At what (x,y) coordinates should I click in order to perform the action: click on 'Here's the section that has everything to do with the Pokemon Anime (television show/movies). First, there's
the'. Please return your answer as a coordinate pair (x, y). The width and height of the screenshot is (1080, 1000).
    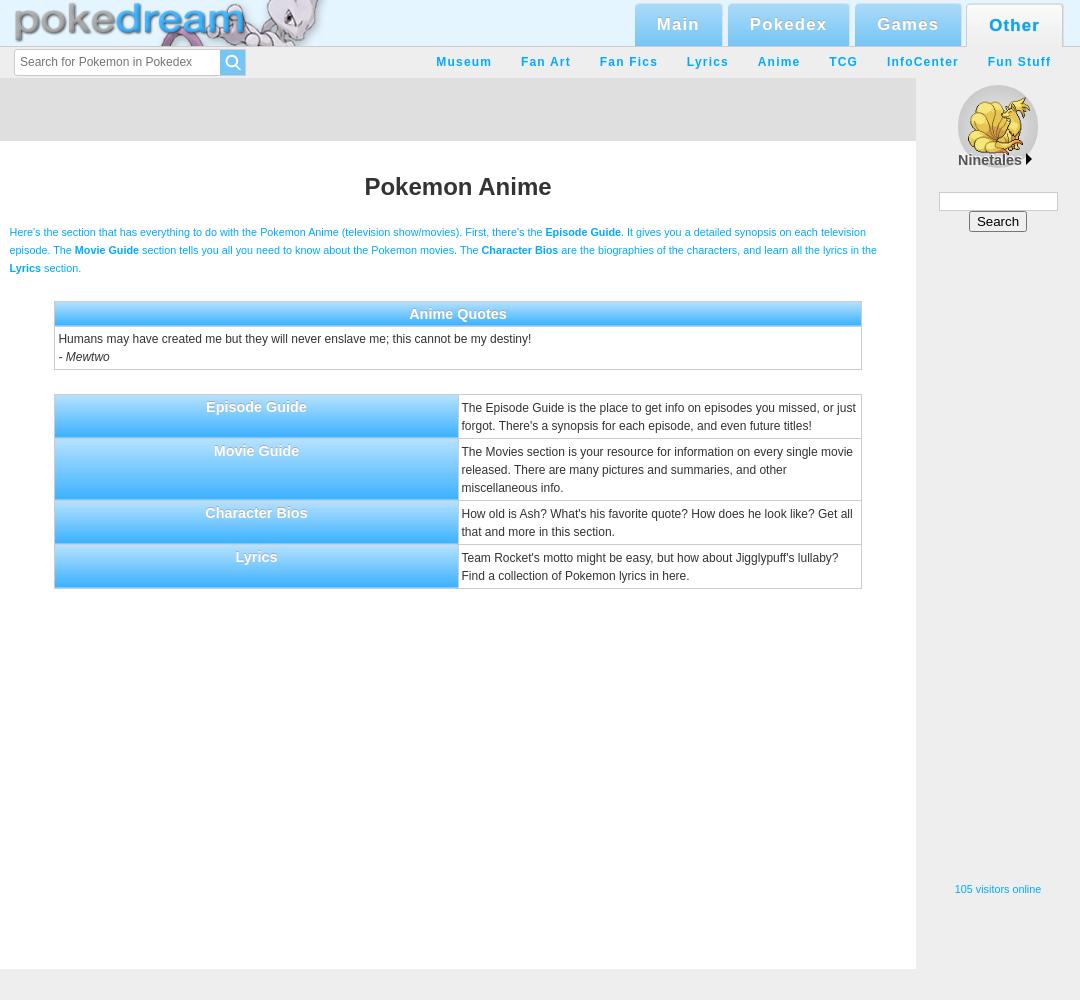
    Looking at the image, I should click on (277, 230).